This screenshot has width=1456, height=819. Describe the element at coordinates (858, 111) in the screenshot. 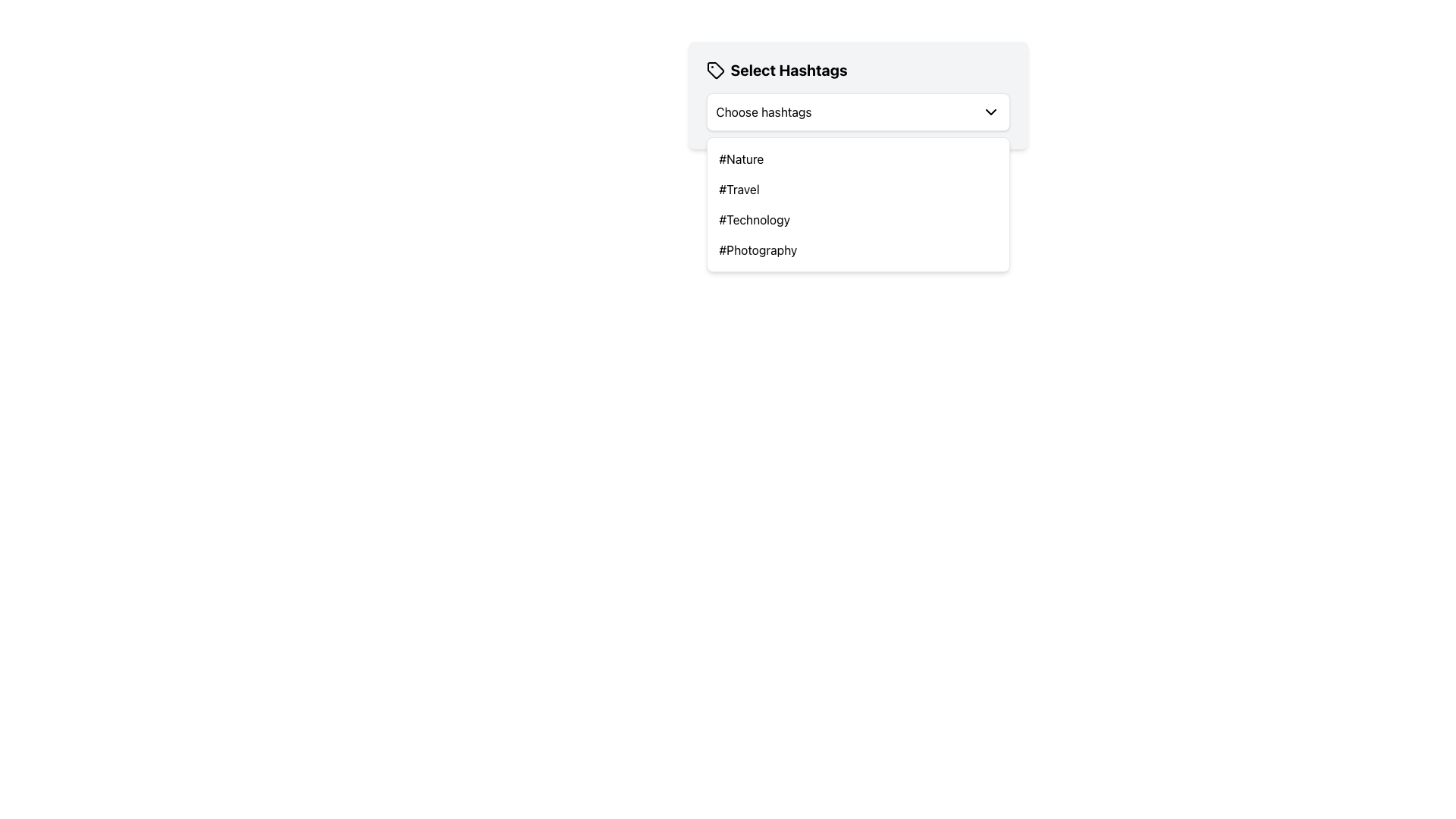

I see `the dropdown menu labeled 'Choose hashtags' within the 'Select Hashtags' section` at that location.